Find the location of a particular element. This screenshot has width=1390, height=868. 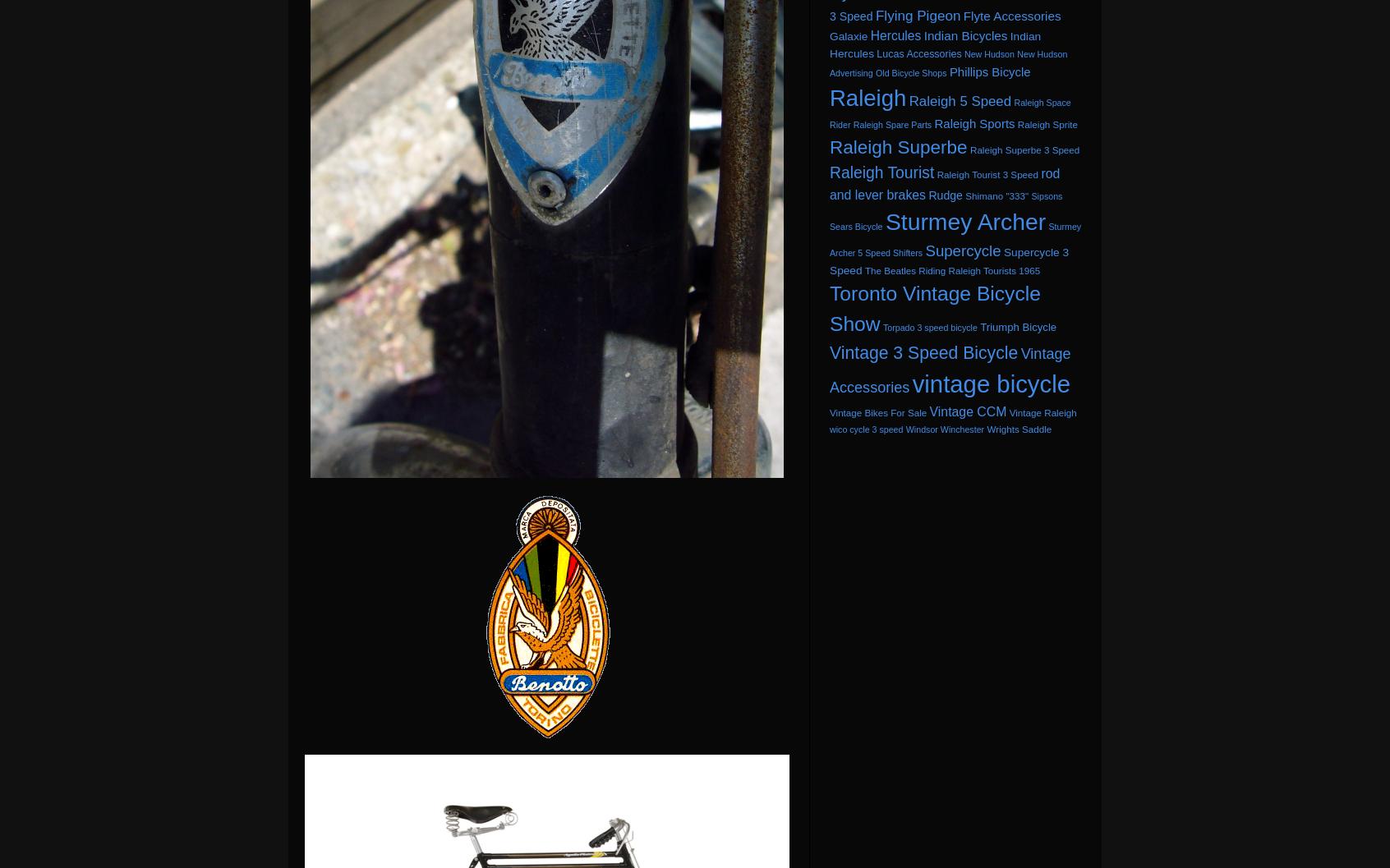

'wico cycle 3 speed' is located at coordinates (865, 429).